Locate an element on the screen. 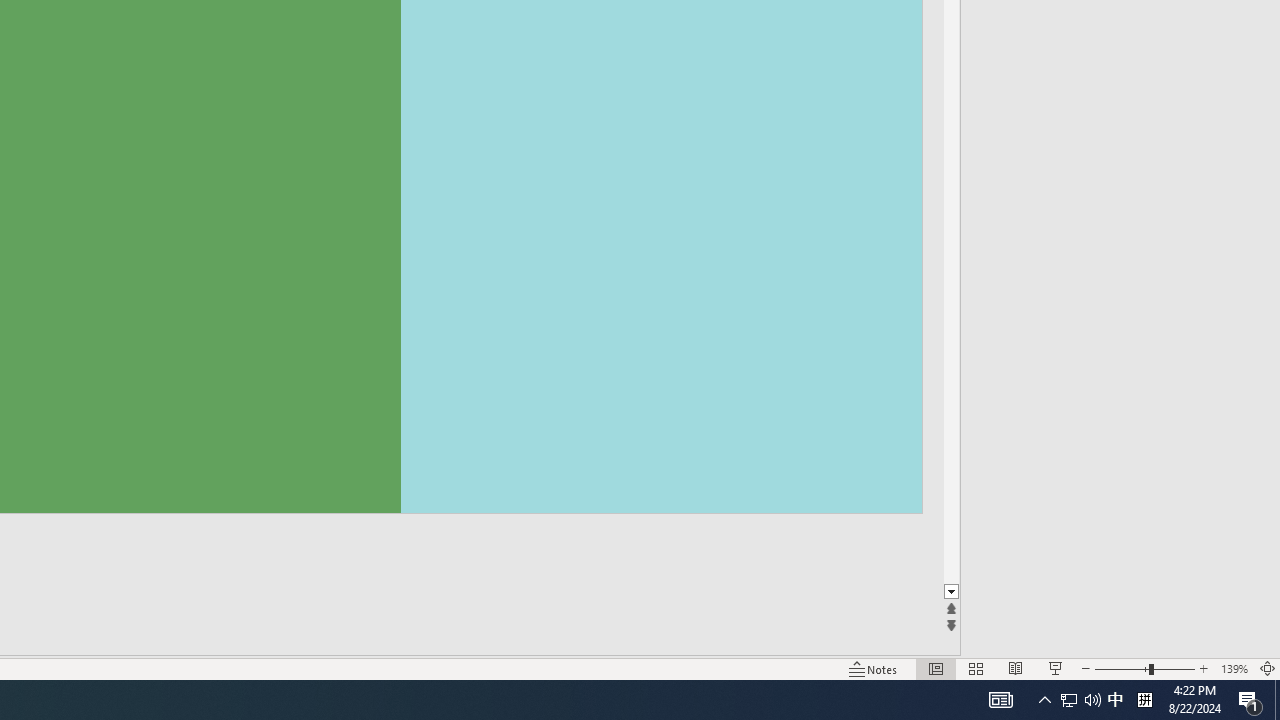 This screenshot has height=720, width=1280. 'Zoom 139%' is located at coordinates (1233, 669).